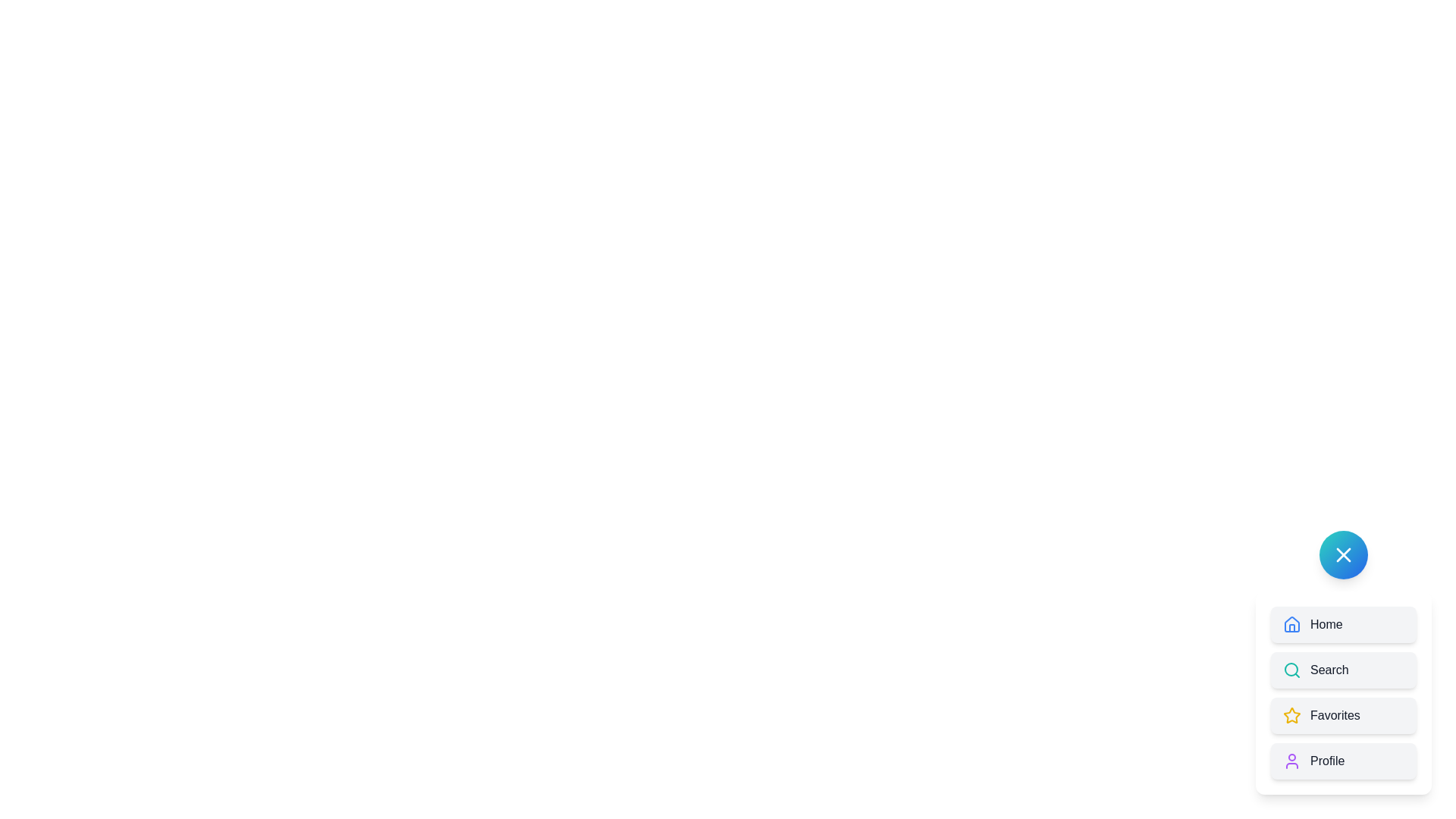 This screenshot has height=819, width=1456. Describe the element at coordinates (1343, 555) in the screenshot. I see `the diagonal cross icon that is centered within a circular button at the top of a vertical menu list, featuring a gradient blue-green background` at that location.